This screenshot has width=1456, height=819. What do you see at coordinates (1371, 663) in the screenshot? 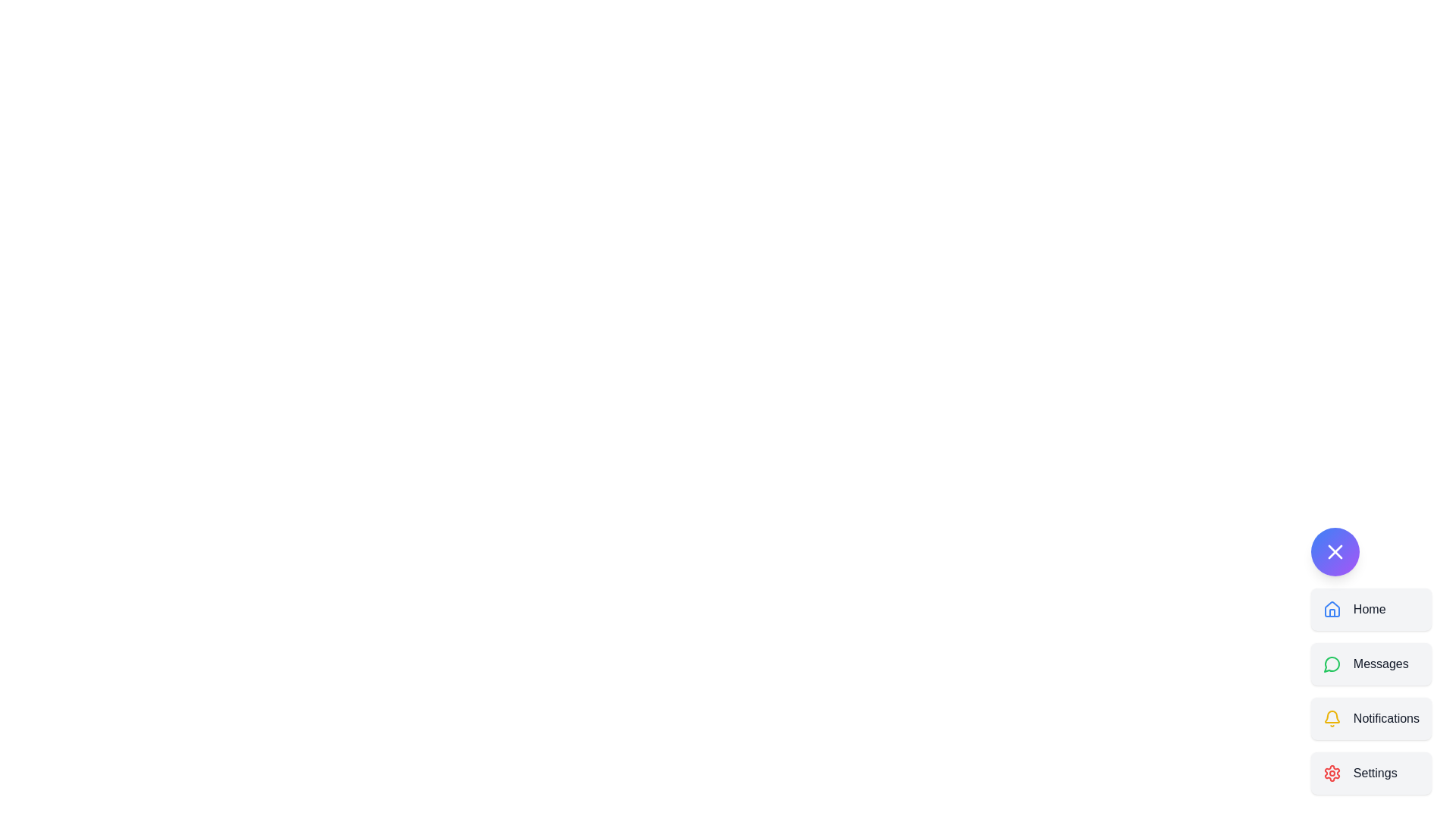
I see `the second navigation button located between the 'Home' and 'Notifications' buttons` at bounding box center [1371, 663].